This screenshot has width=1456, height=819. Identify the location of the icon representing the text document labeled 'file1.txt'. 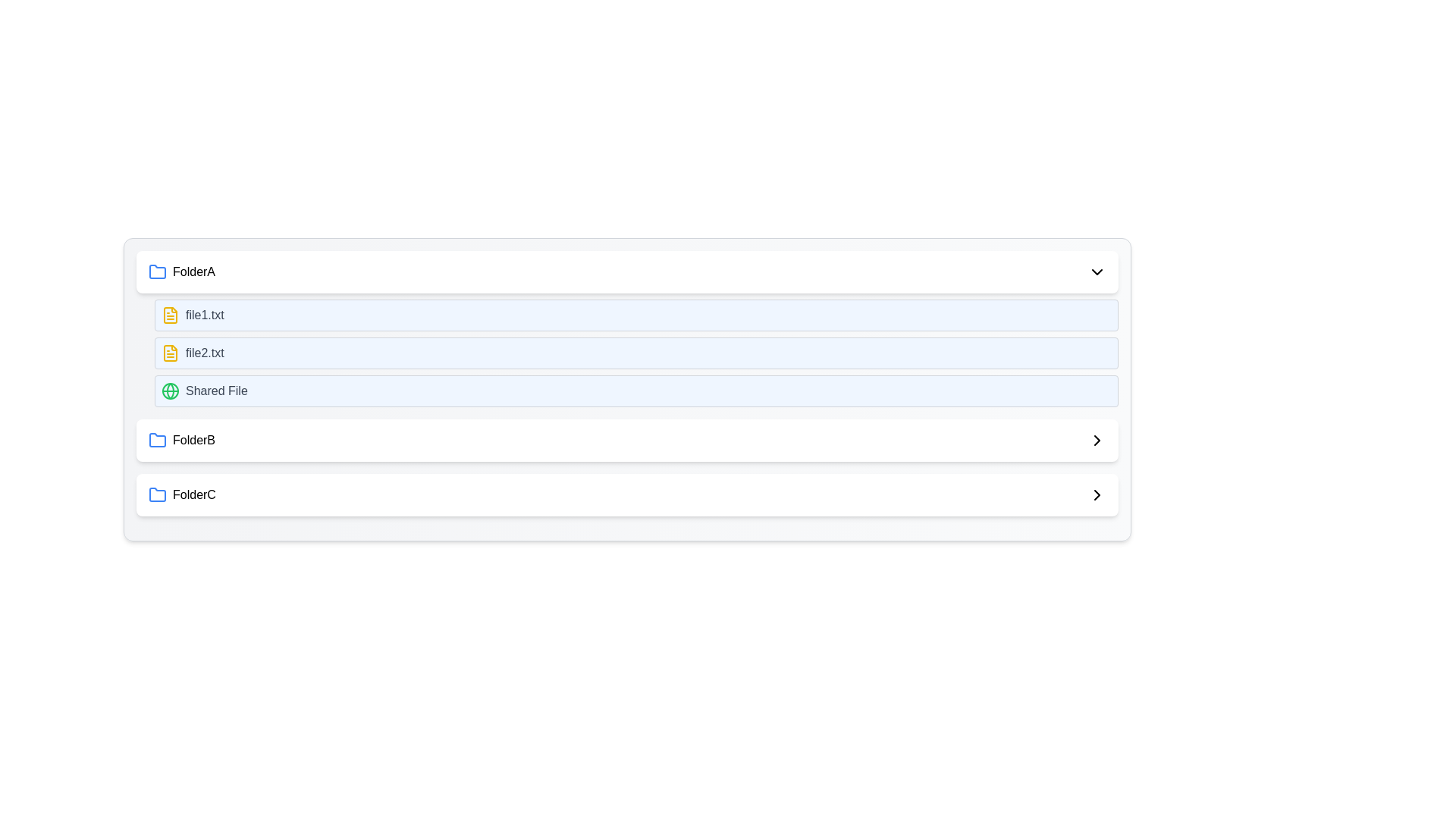
(171, 315).